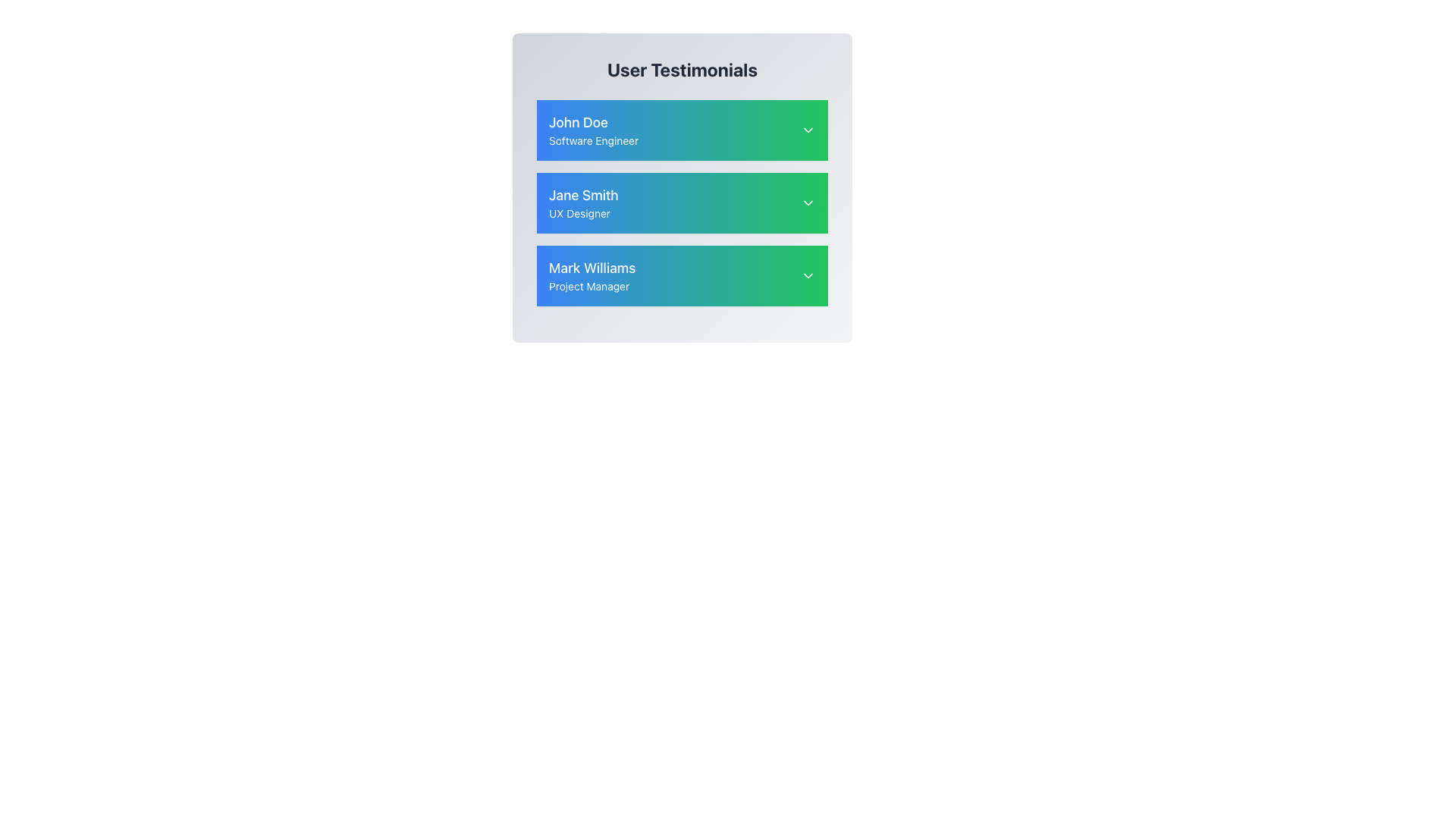 This screenshot has width=1456, height=819. Describe the element at coordinates (593, 122) in the screenshot. I see `the text label displaying the name 'John Doe', which is the first line of text in a card with a gradient background, to possibly reveal additional information` at that location.